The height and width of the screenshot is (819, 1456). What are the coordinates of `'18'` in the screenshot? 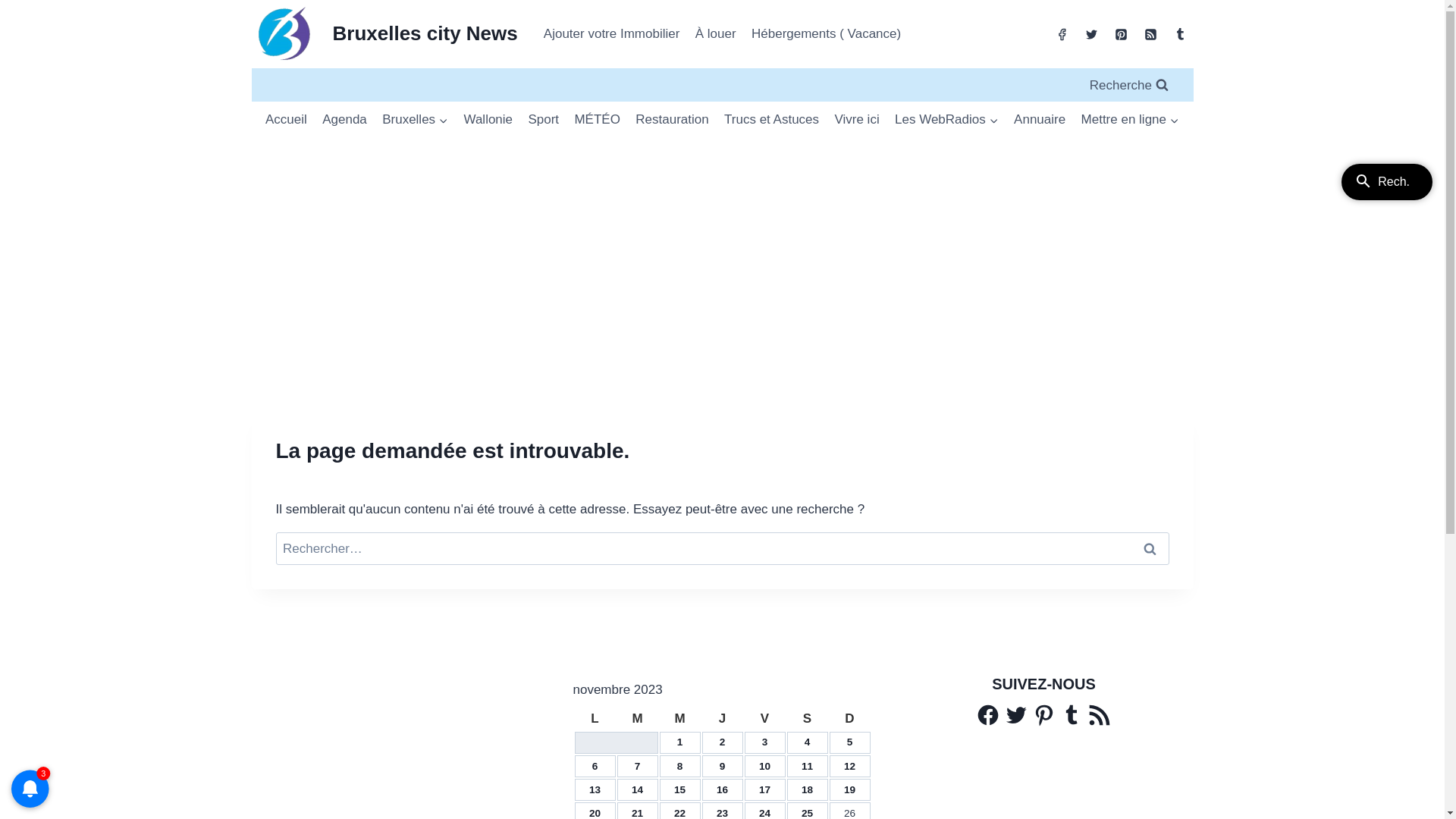 It's located at (806, 789).